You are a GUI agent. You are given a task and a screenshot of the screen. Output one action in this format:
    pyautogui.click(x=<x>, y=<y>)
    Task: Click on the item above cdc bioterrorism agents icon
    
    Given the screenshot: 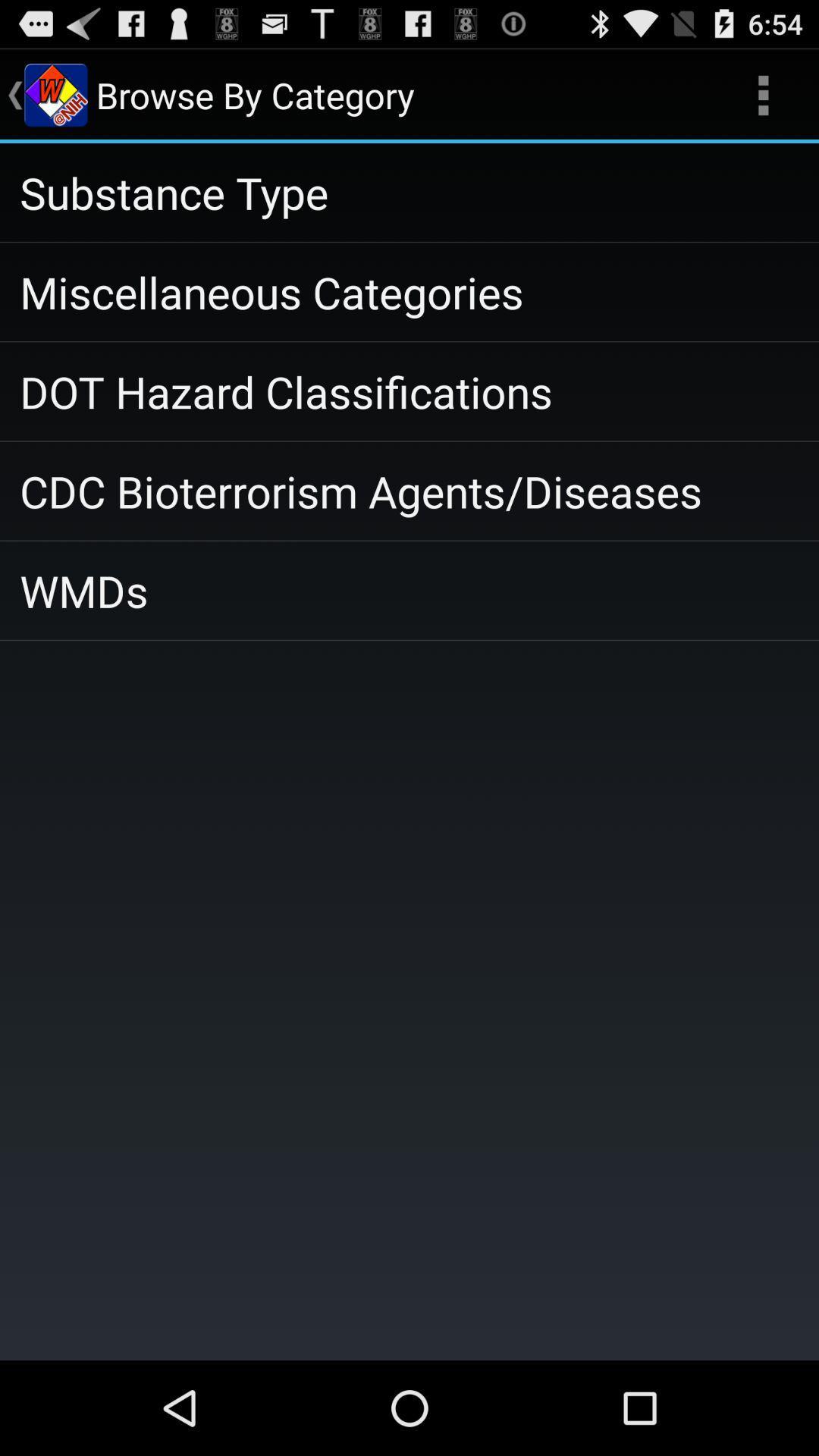 What is the action you would take?
    pyautogui.click(x=409, y=391)
    